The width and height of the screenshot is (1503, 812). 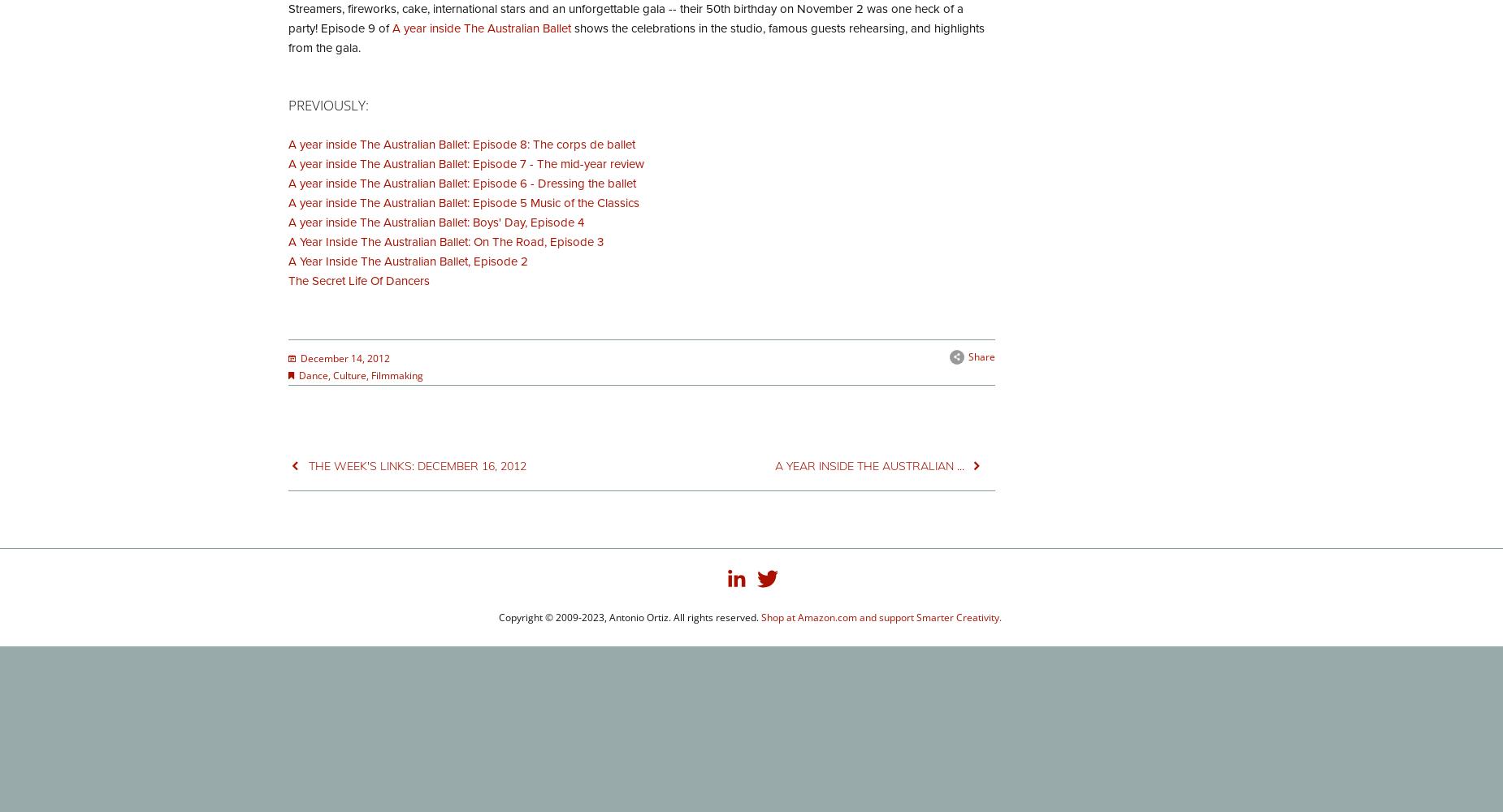 What do you see at coordinates (881, 617) in the screenshot?
I see `'Shop at Amazon.com and support Smarter Creativity.'` at bounding box center [881, 617].